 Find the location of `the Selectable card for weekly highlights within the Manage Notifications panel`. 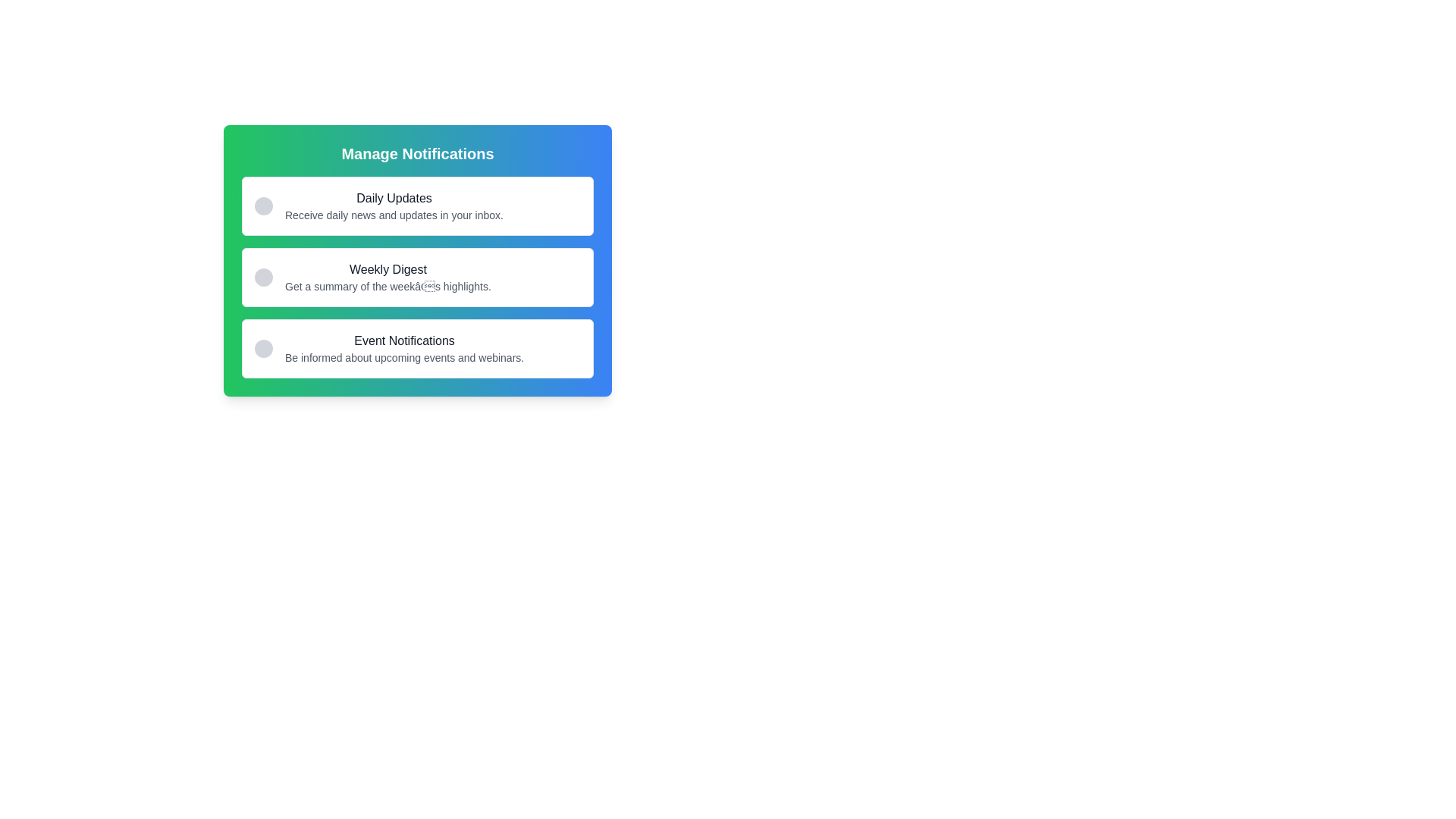

the Selectable card for weekly highlights within the Manage Notifications panel is located at coordinates (418, 278).